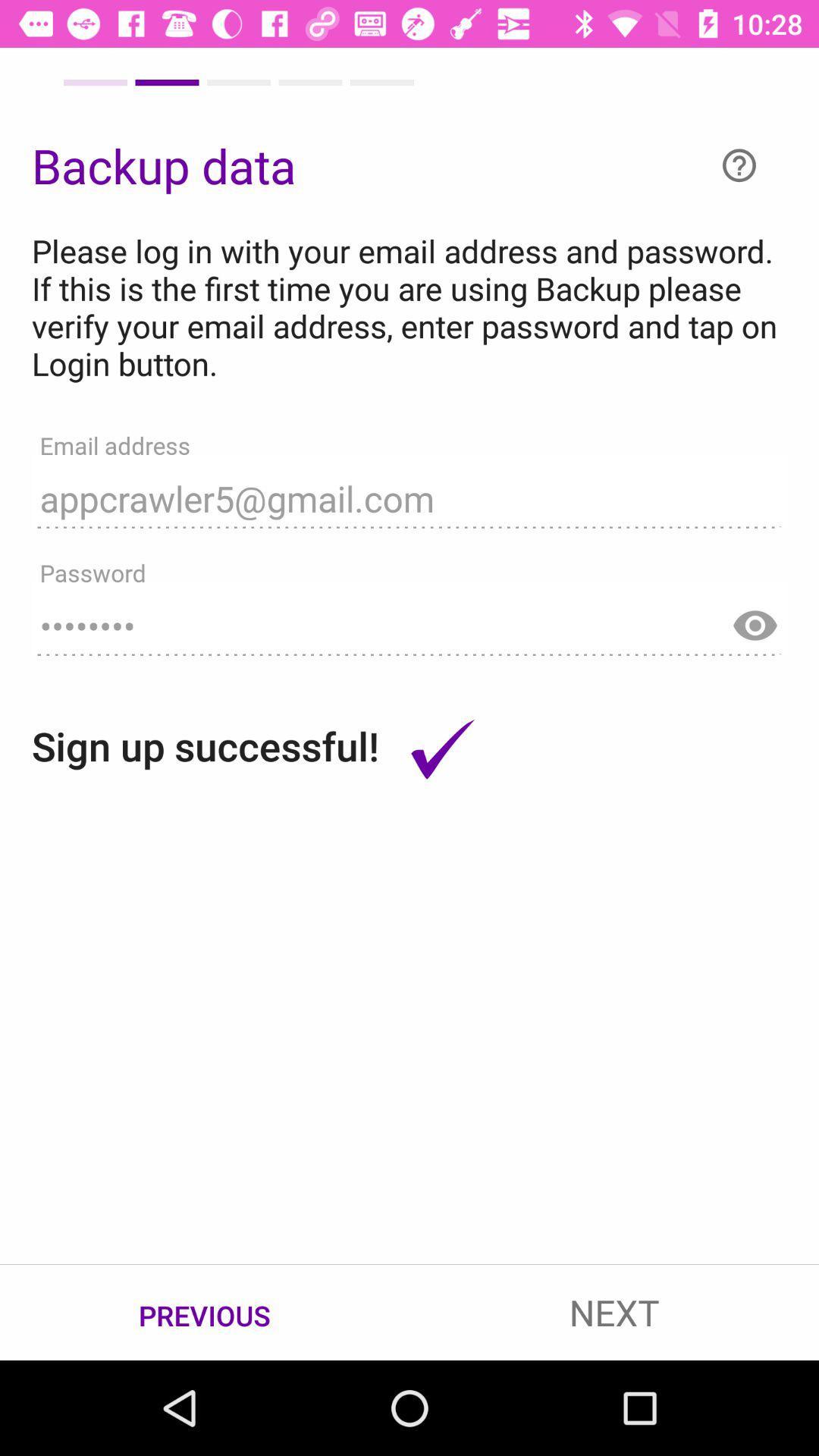 The image size is (819, 1456). What do you see at coordinates (205, 1313) in the screenshot?
I see `item at the bottom left corner` at bounding box center [205, 1313].